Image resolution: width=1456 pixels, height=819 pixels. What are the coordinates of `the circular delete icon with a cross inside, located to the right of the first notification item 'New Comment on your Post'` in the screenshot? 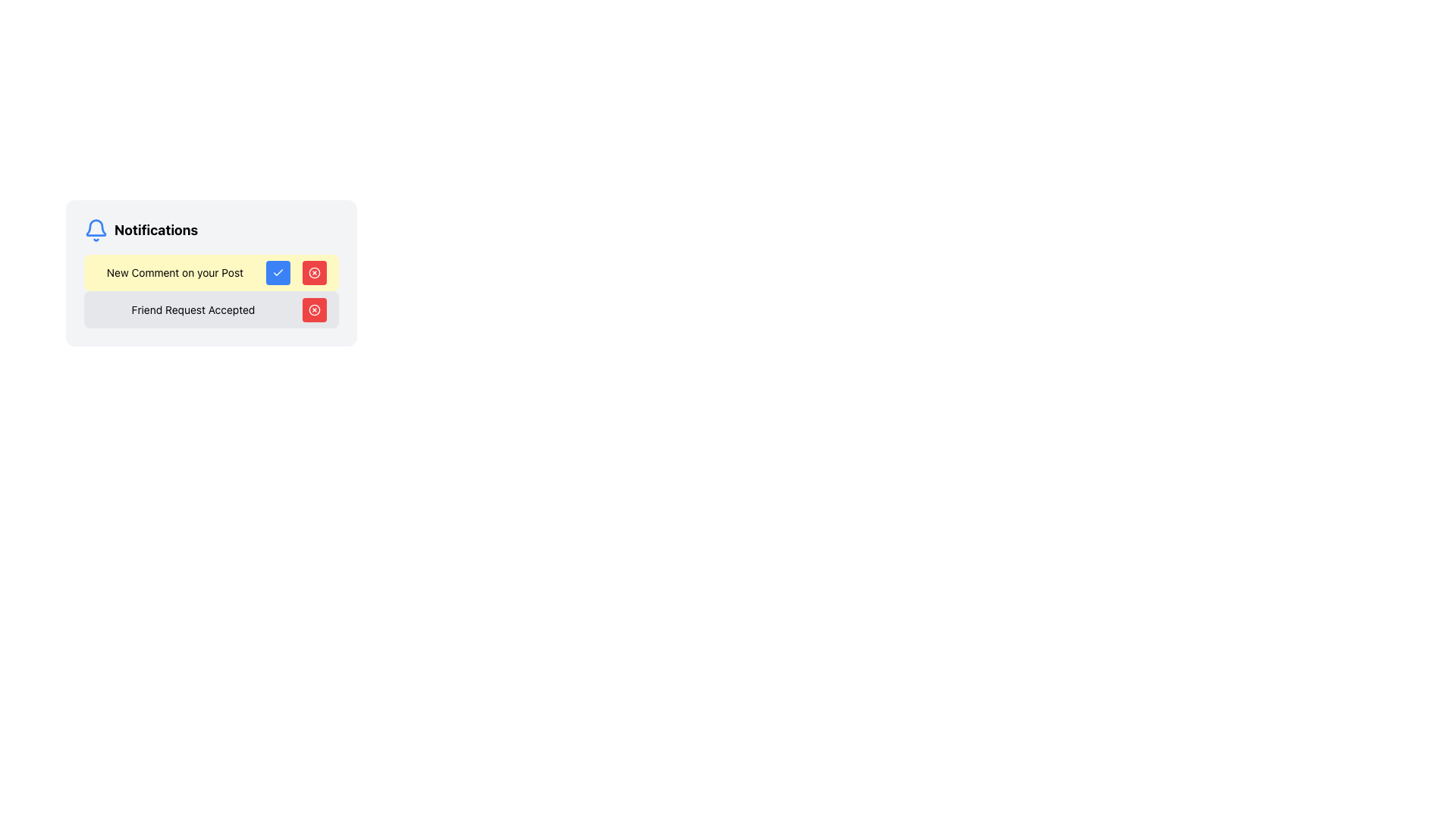 It's located at (313, 271).